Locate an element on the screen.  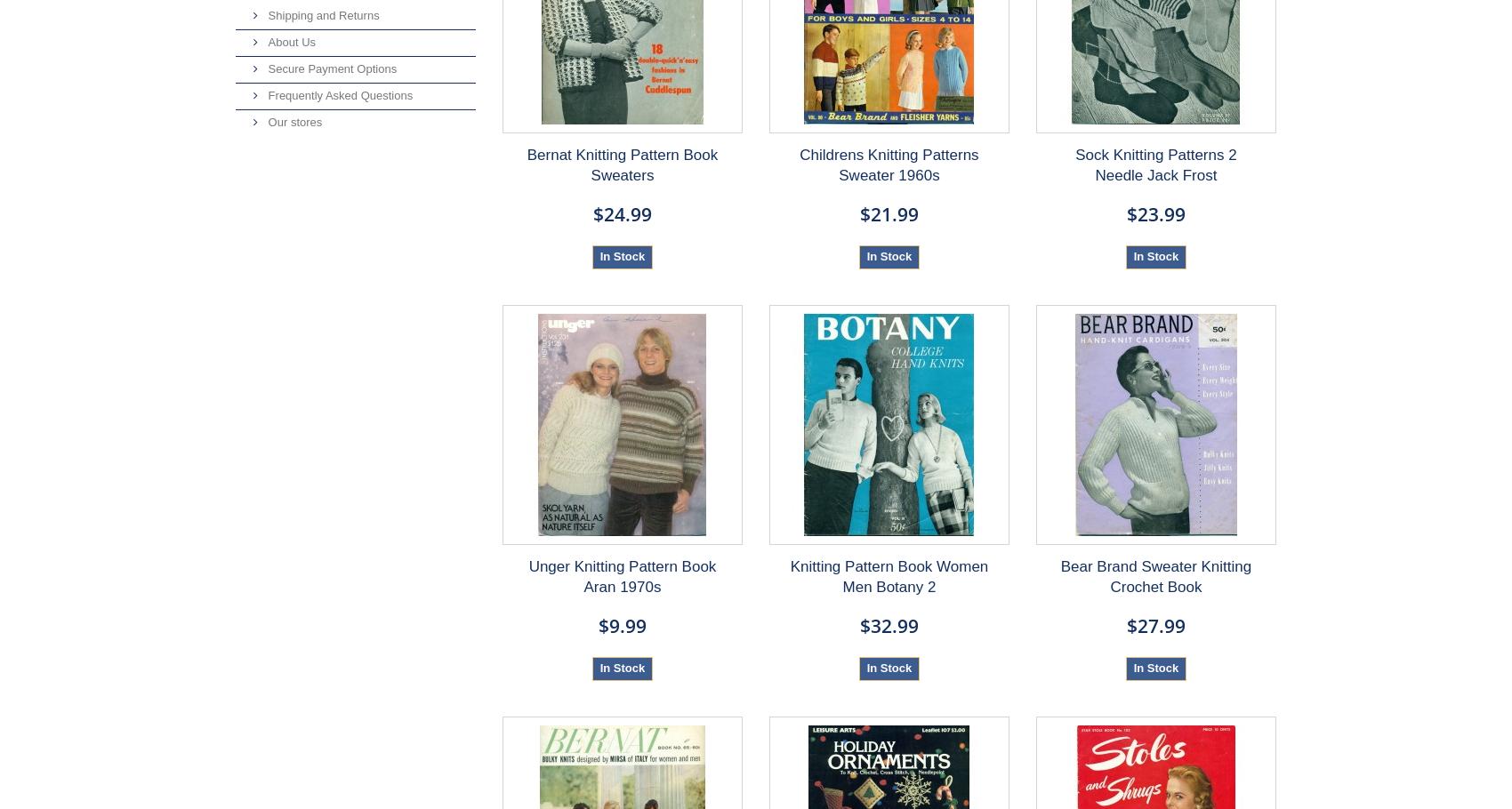
'Bernat Knitting Pattern Book Sweaters' is located at coordinates (622, 164).